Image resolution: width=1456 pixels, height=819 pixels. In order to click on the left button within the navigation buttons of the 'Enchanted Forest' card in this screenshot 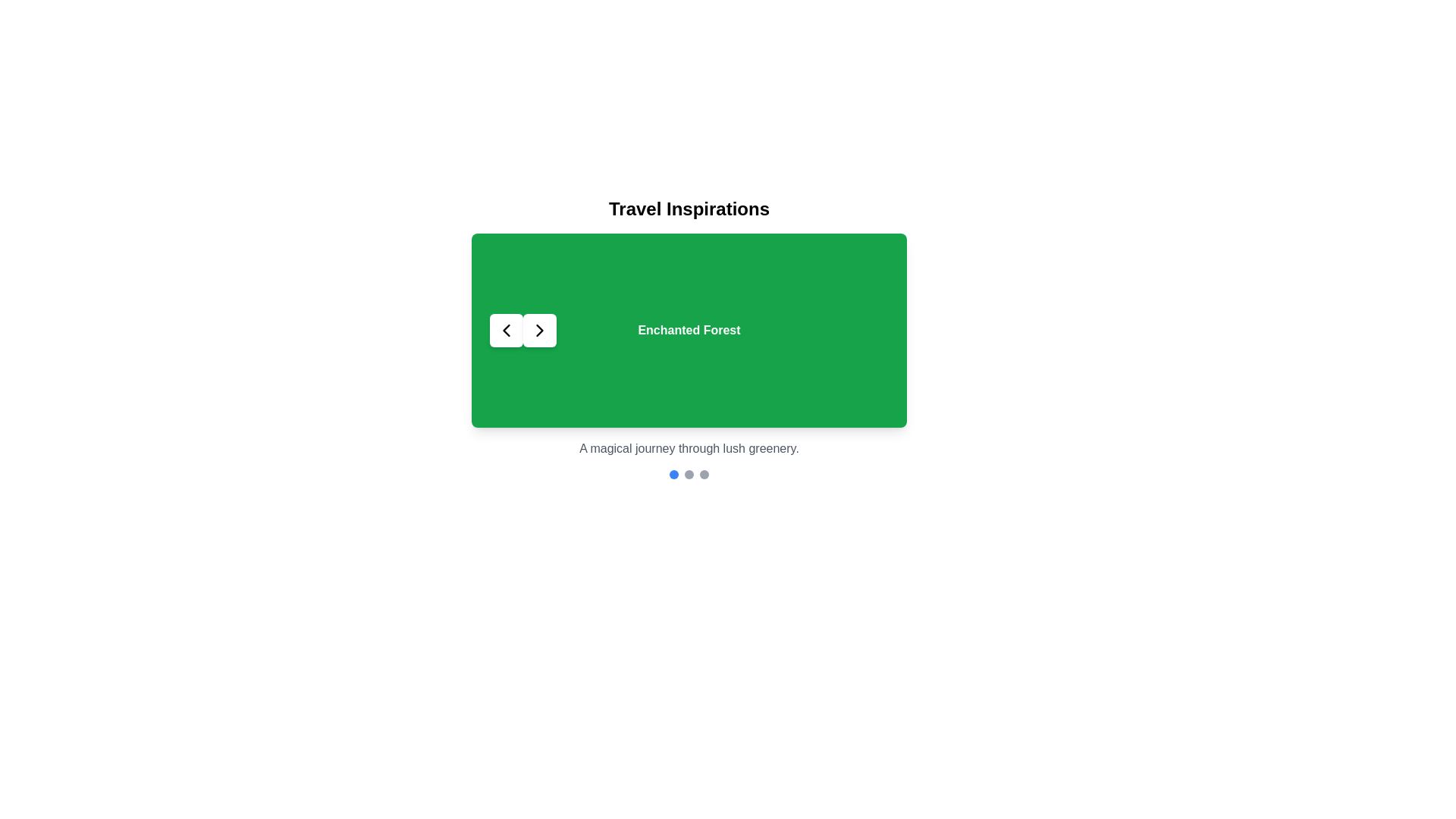, I will do `click(523, 329)`.